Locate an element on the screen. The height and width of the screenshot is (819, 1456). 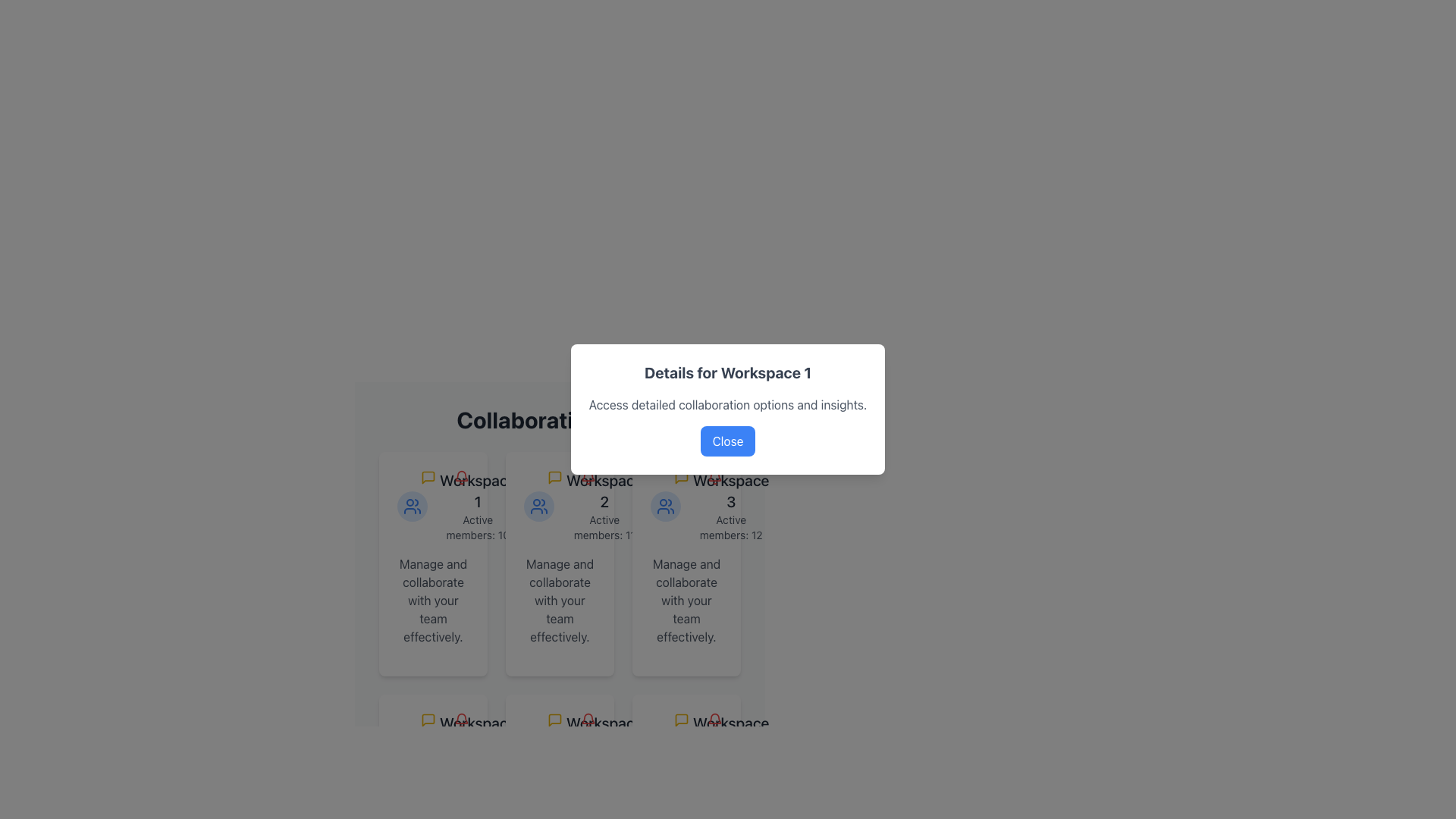
the yellow rounded speech bubble icon at the top-right of the modal is located at coordinates (428, 719).